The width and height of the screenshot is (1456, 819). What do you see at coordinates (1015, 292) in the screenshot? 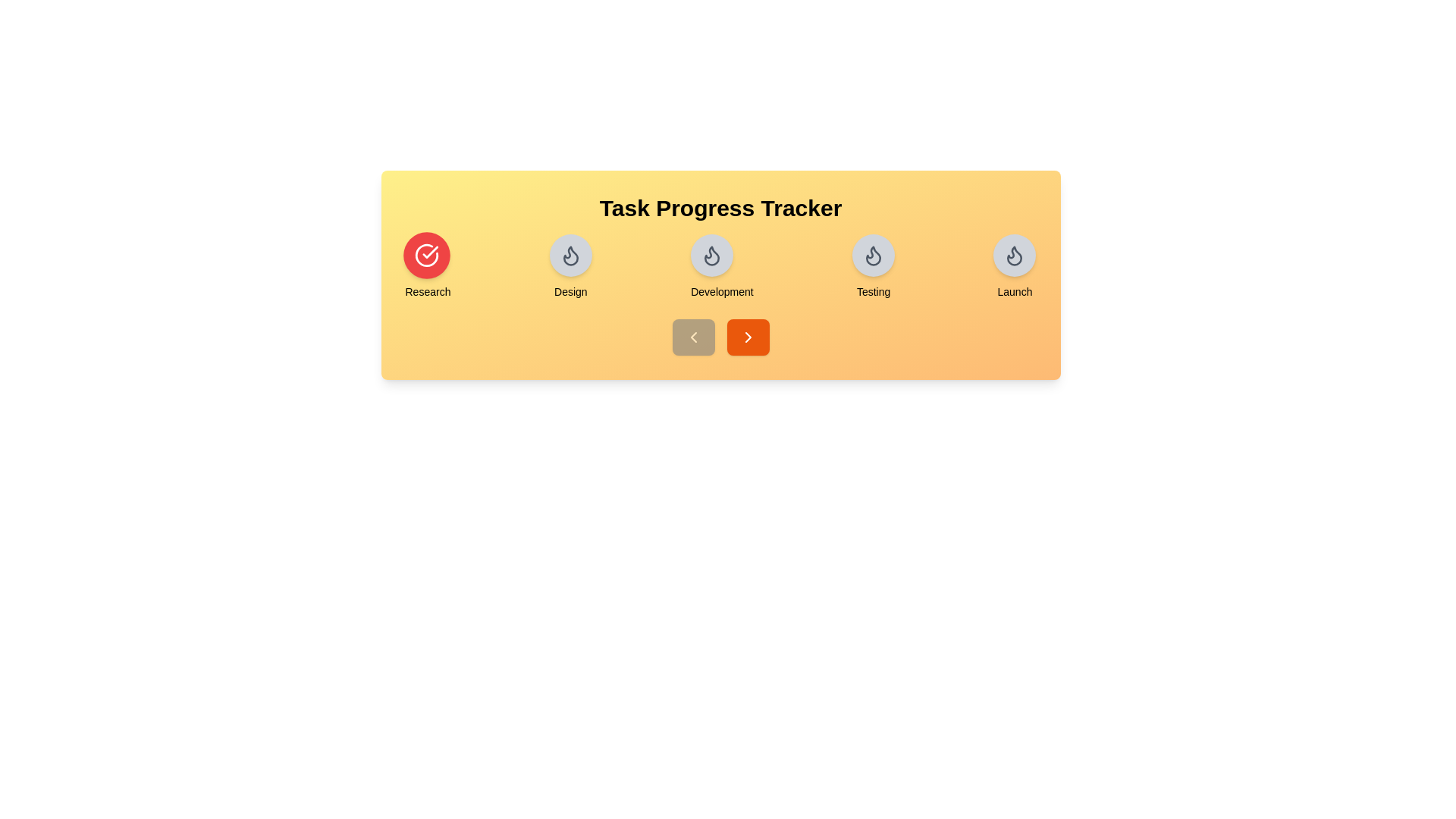
I see `text label displaying 'Launch' located beneath the flame icon within the task progress tracker interface` at bounding box center [1015, 292].